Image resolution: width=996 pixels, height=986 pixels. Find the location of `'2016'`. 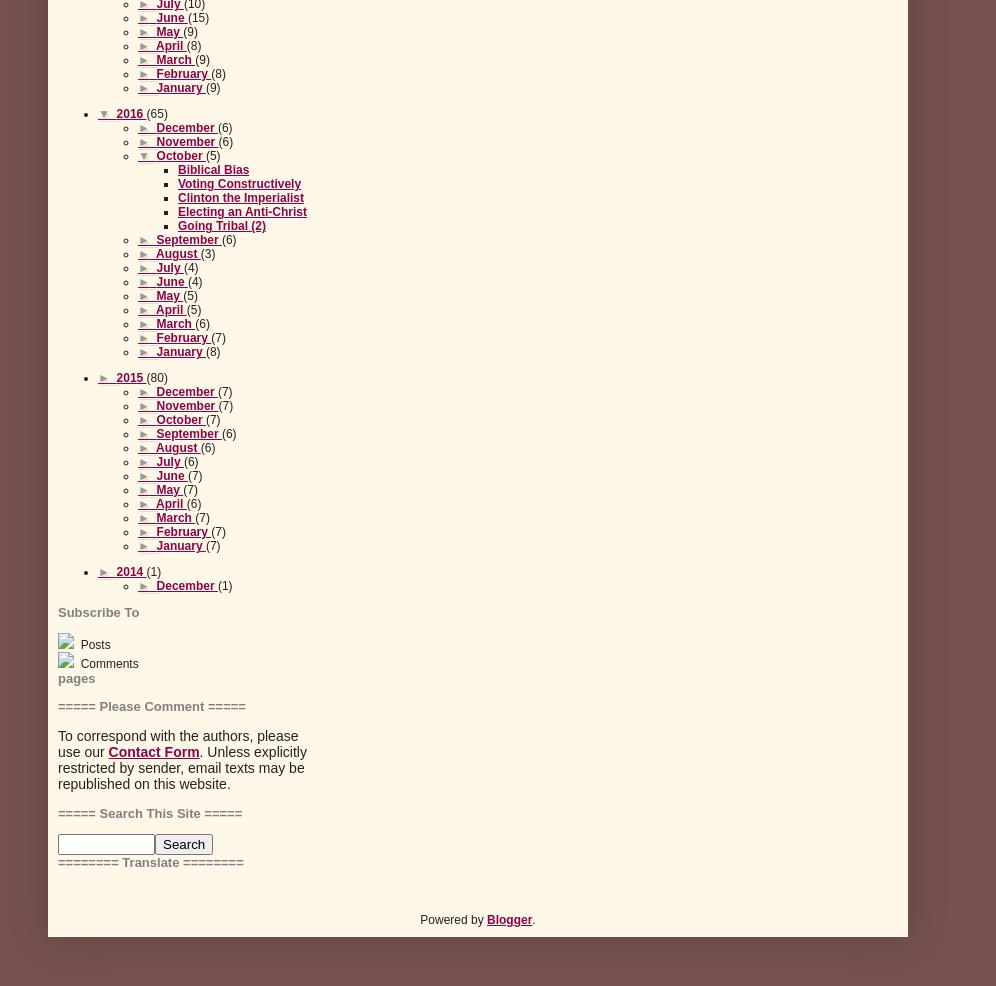

'2016' is located at coordinates (129, 113).